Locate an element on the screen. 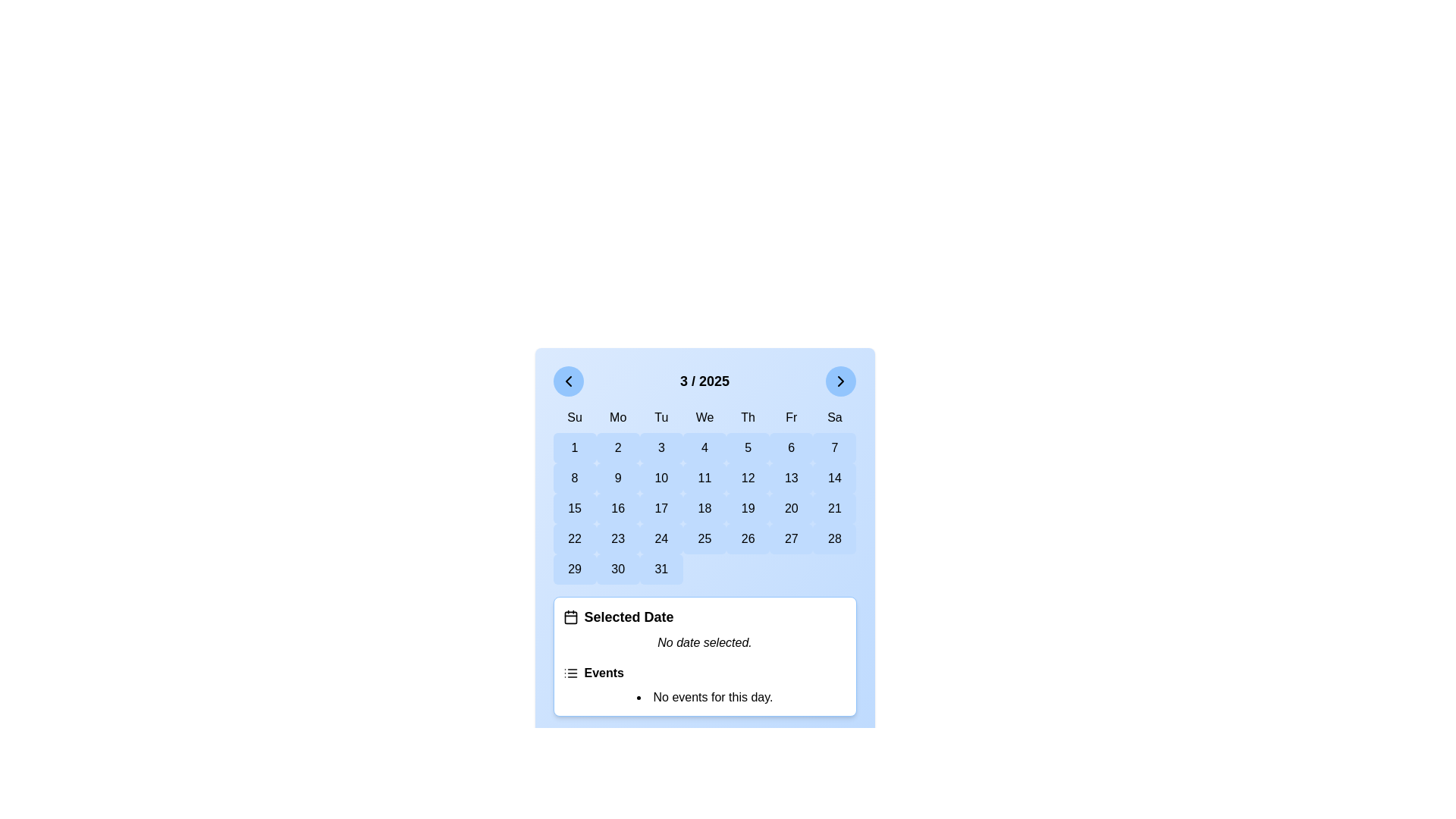 This screenshot has height=819, width=1456. the calendar date button displaying the number '9', which is a rounded rectangle with a light blue background, located in the second column of the second row under the 'Mo' header is located at coordinates (618, 479).